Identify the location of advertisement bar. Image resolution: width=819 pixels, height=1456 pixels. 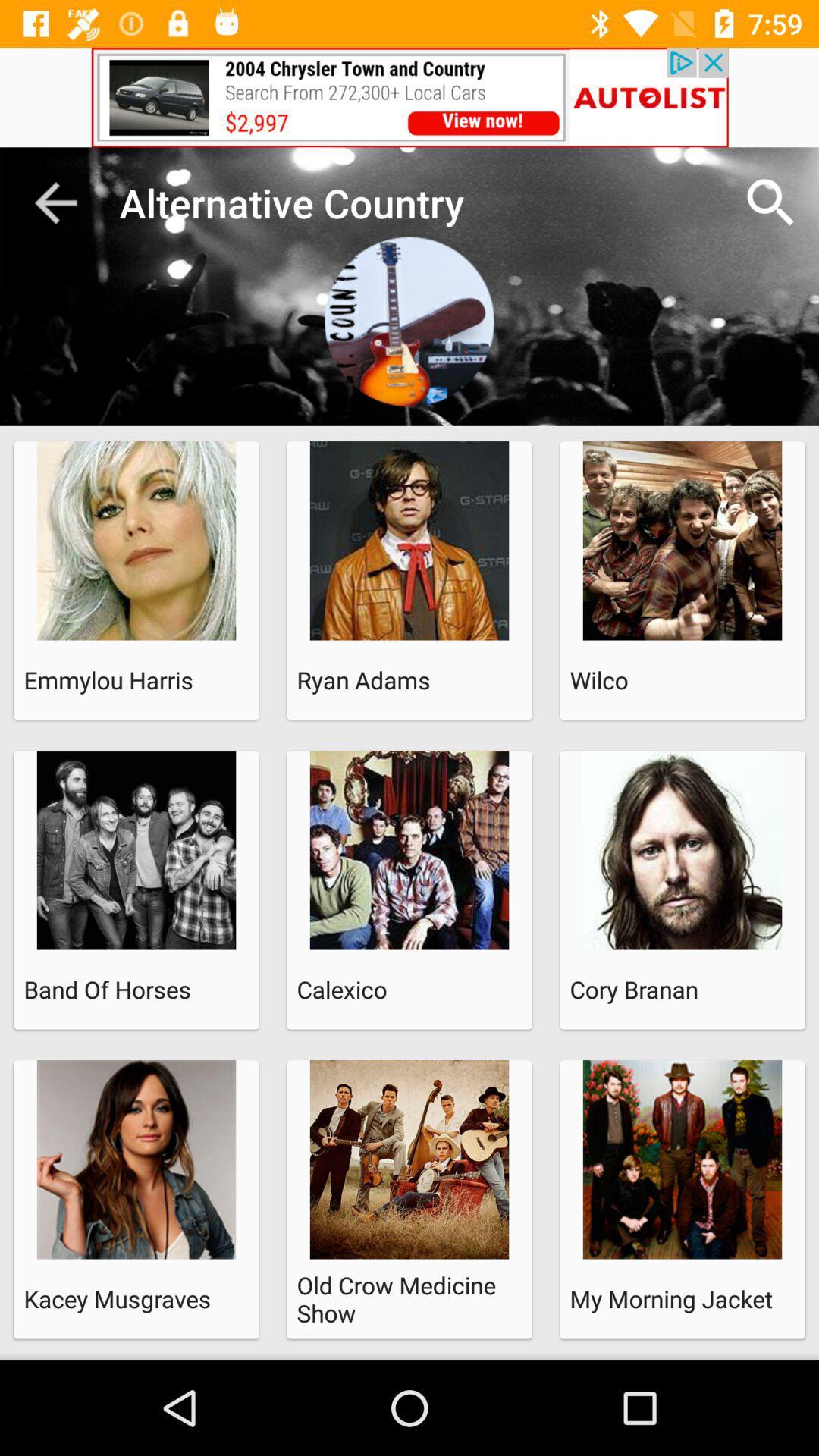
(409, 96).